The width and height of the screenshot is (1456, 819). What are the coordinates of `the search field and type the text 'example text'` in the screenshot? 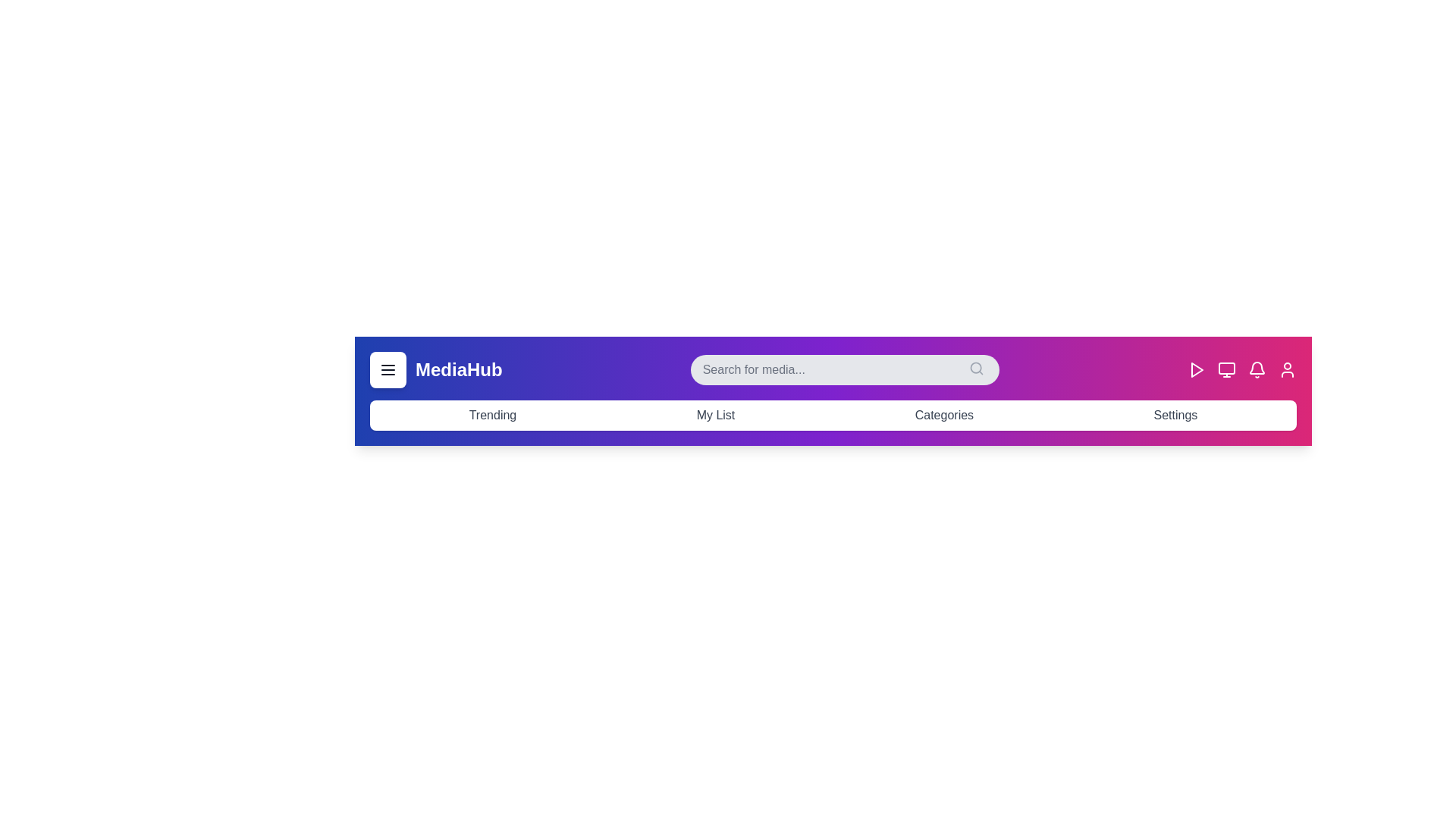 It's located at (843, 370).